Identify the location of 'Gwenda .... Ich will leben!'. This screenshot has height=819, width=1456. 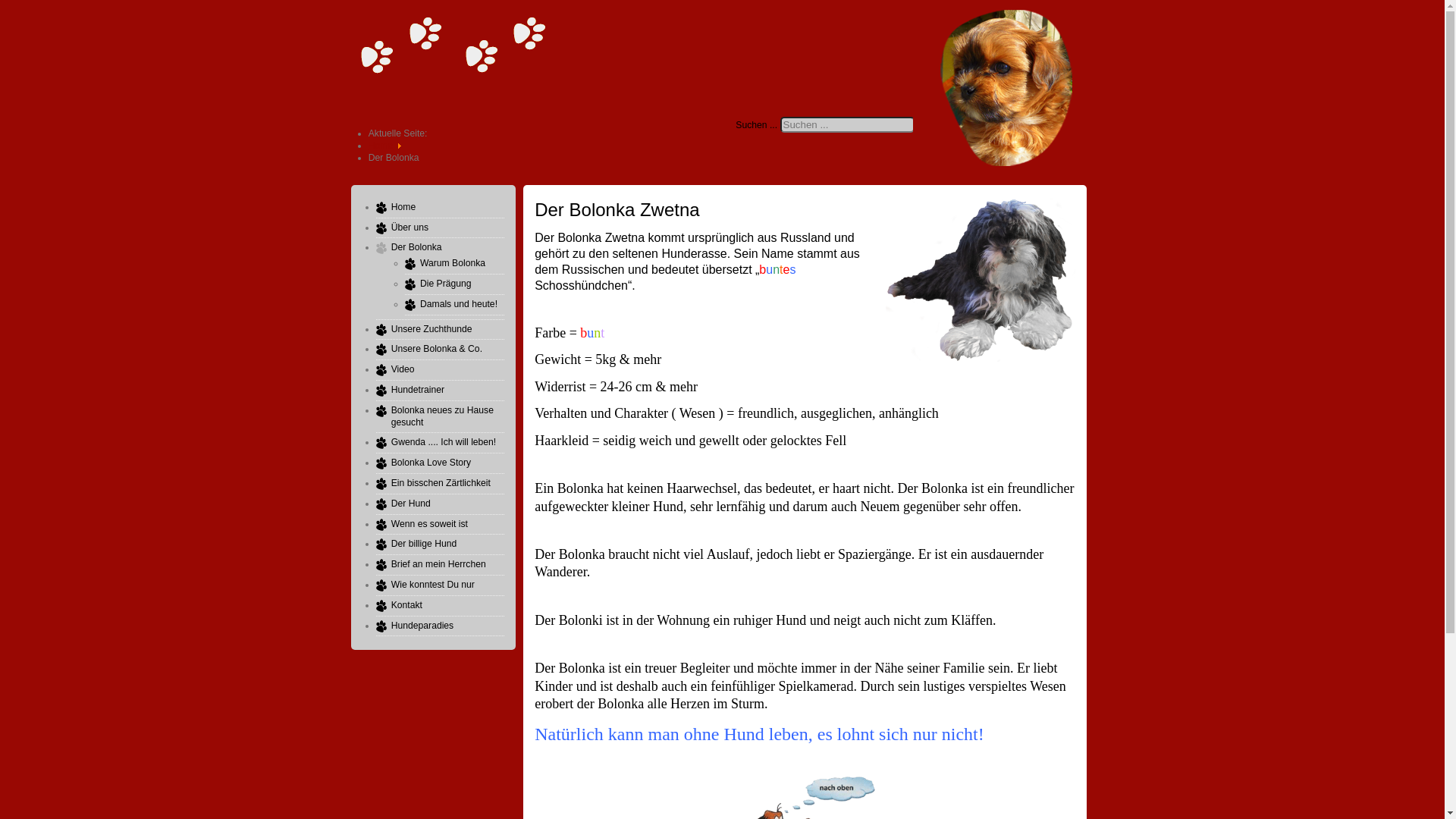
(391, 441).